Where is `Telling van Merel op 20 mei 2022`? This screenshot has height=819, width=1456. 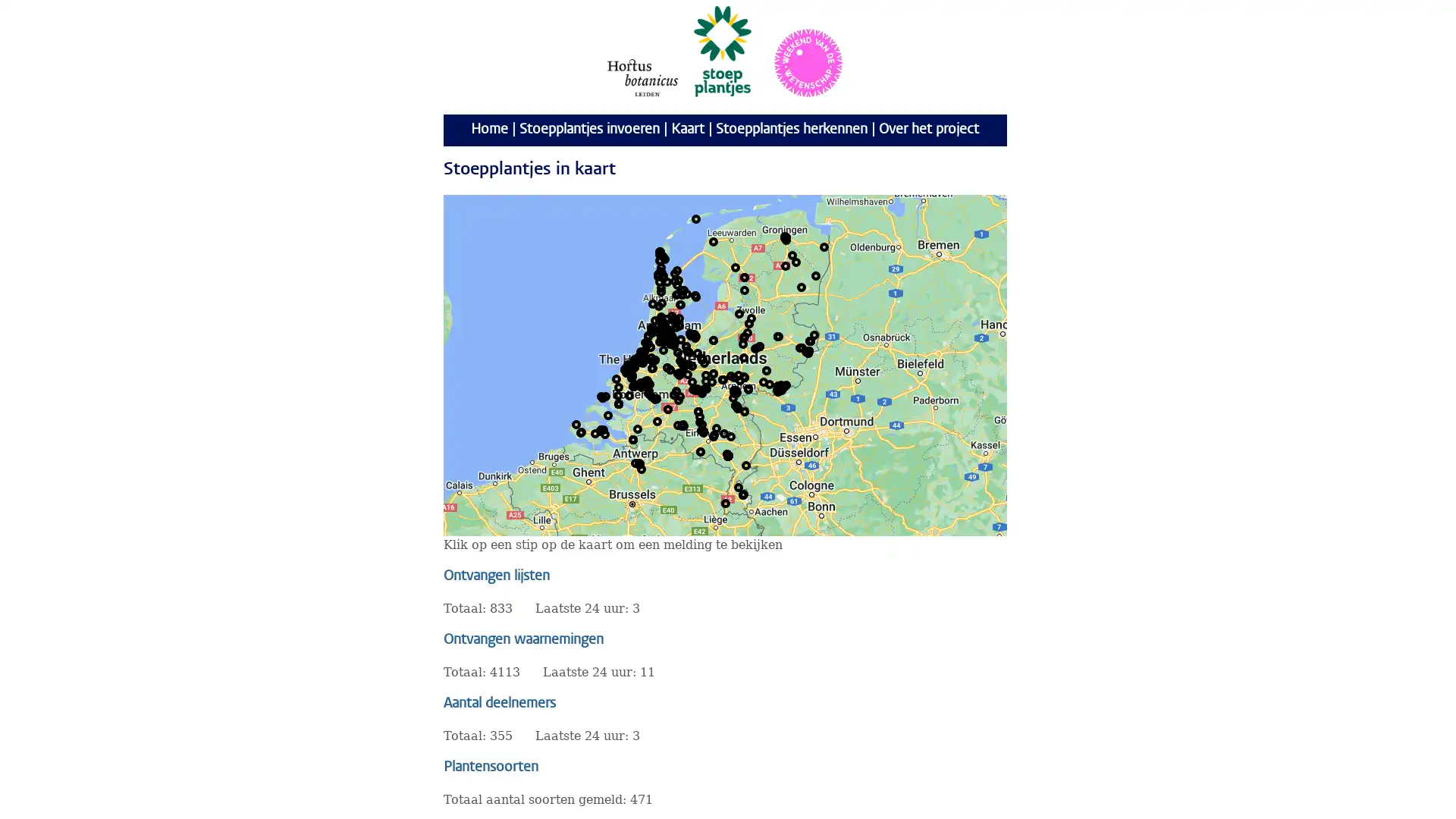
Telling van Merel op 20 mei 2022 is located at coordinates (643, 356).